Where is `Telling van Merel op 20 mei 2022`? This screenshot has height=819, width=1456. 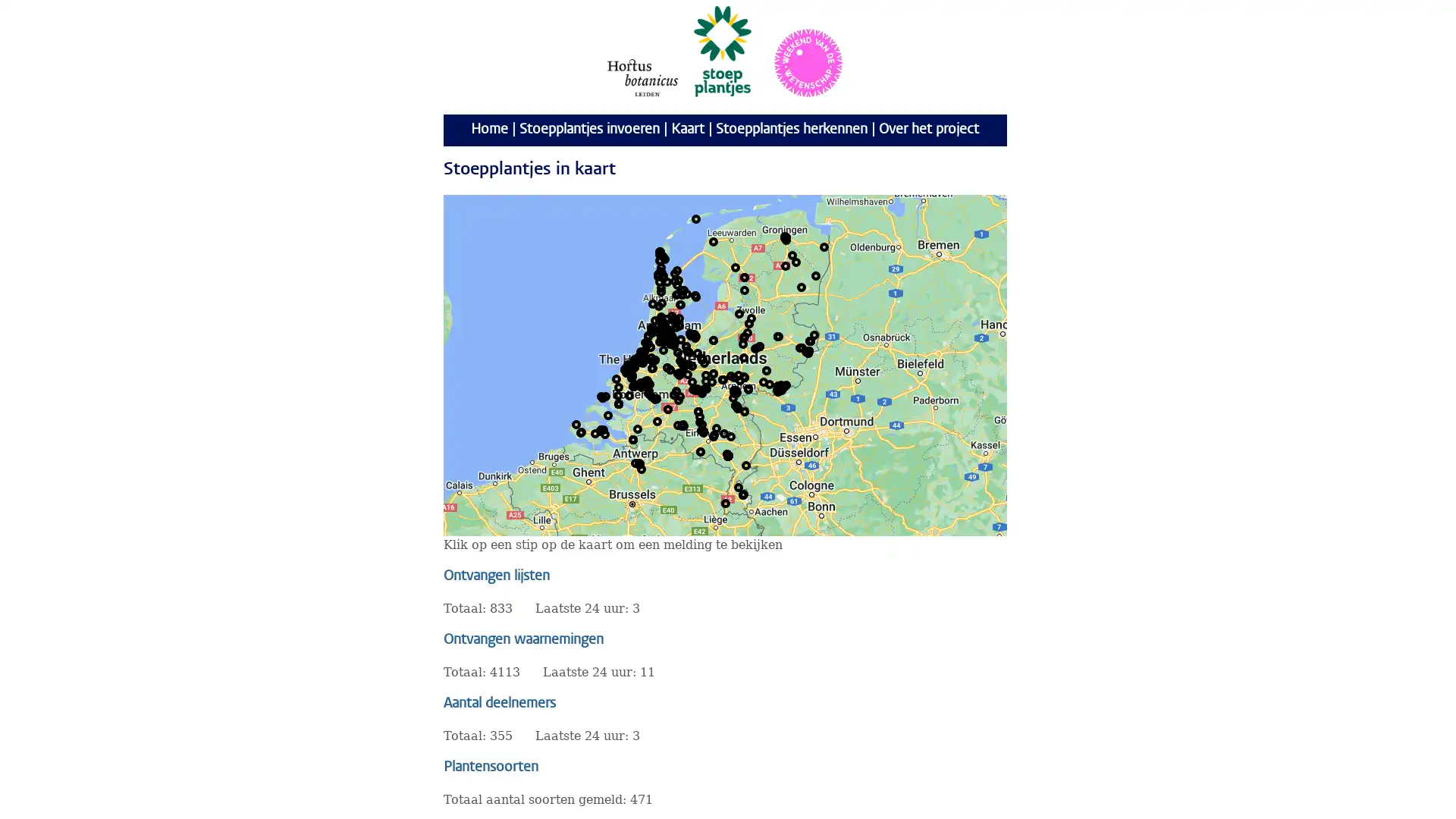
Telling van Merel op 20 mei 2022 is located at coordinates (643, 356).